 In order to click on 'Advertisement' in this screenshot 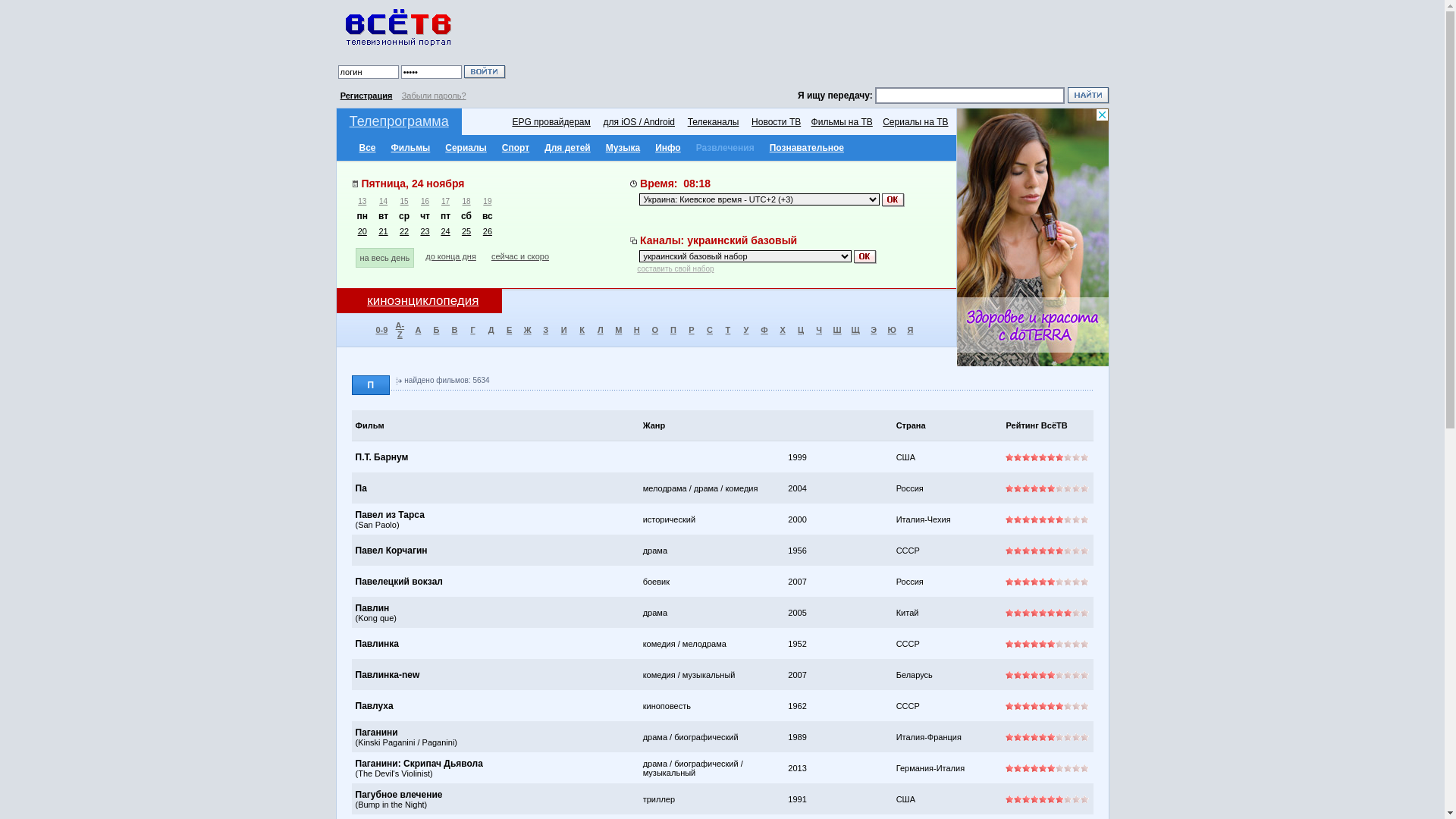, I will do `click(809, 45)`.